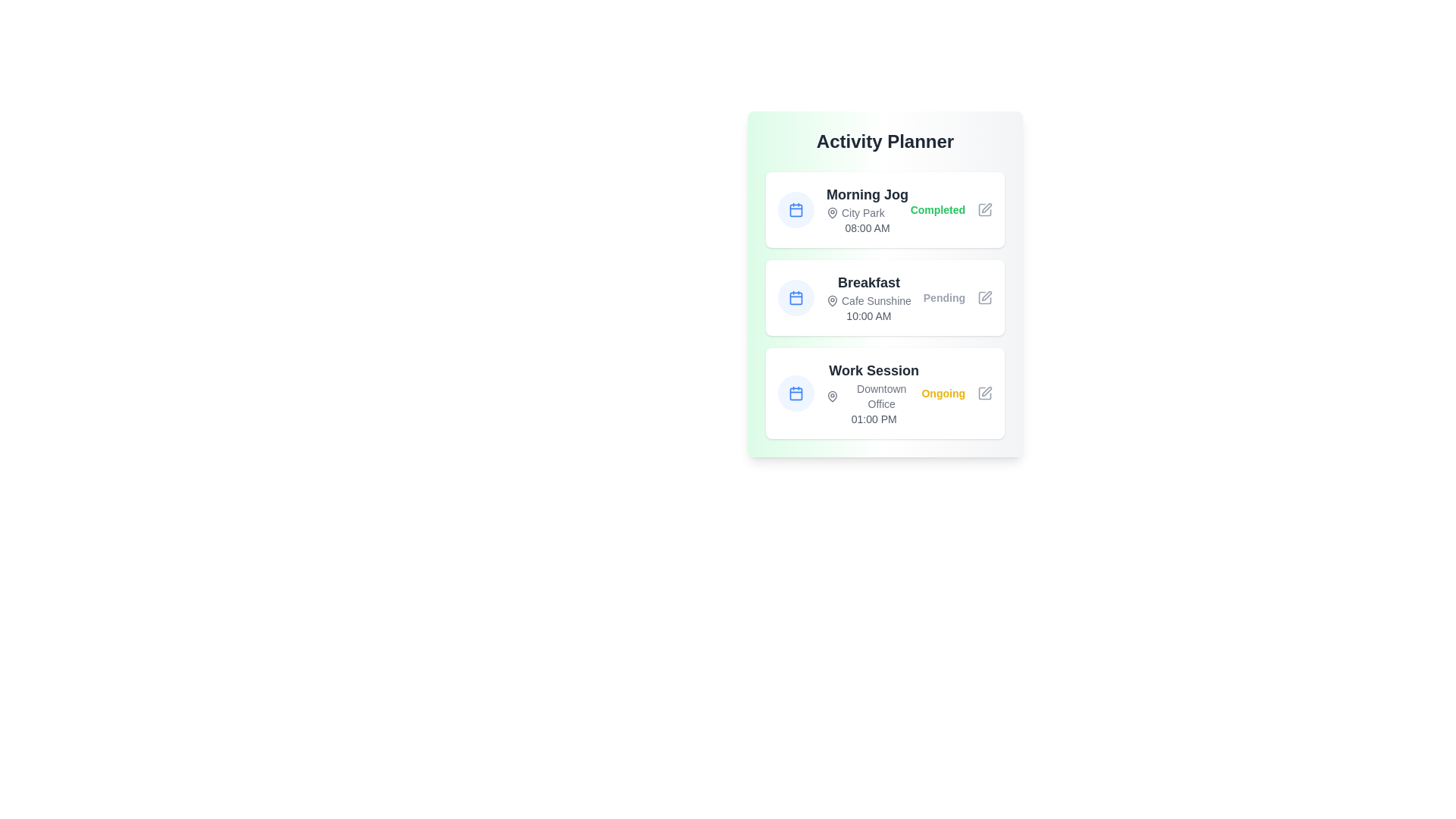 The width and height of the screenshot is (1456, 819). Describe the element at coordinates (987, 391) in the screenshot. I see `the pen icon located to the bottom-right of the 'Work Session' item` at that location.